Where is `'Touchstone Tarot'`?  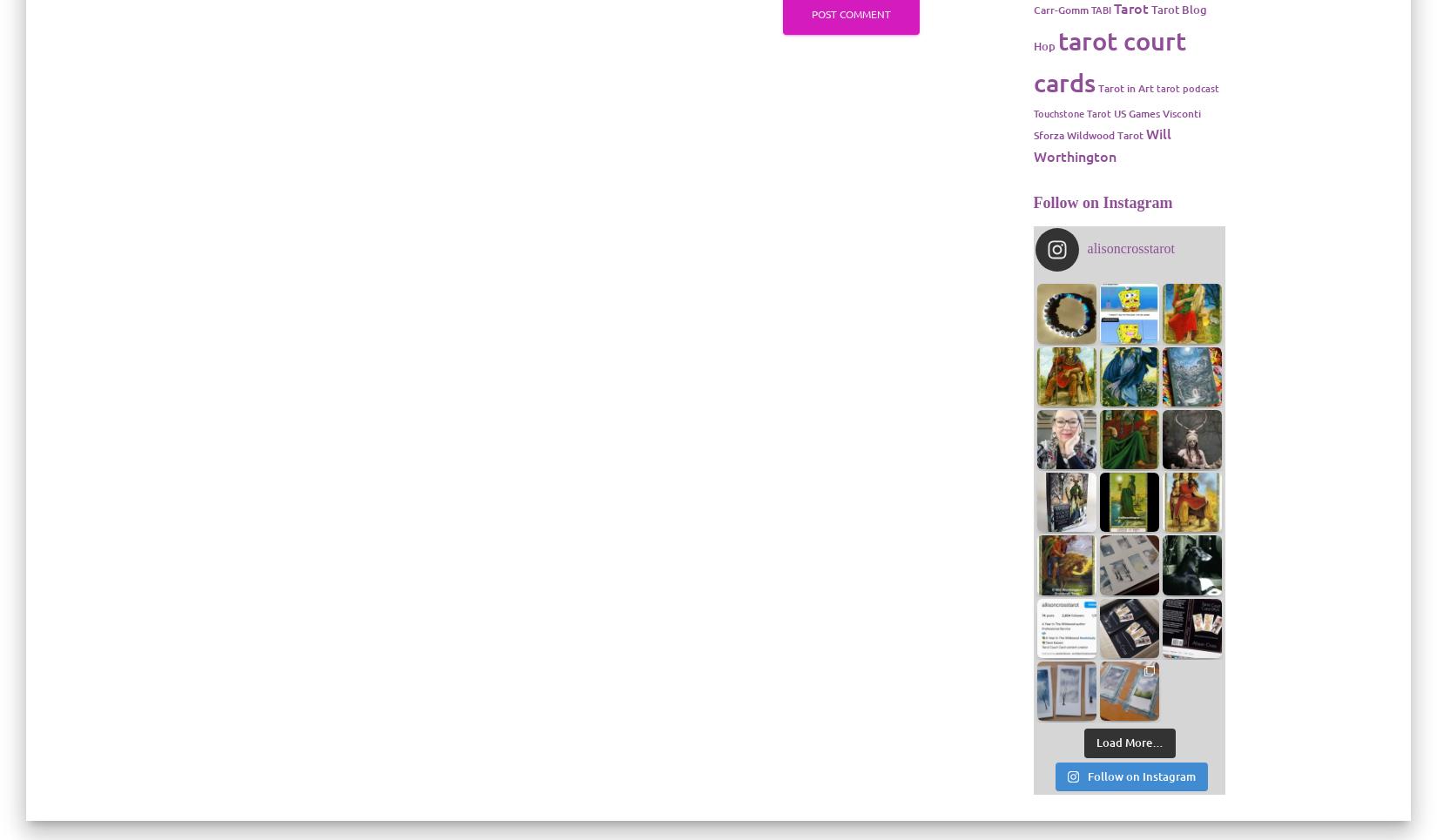 'Touchstone Tarot' is located at coordinates (1071, 113).